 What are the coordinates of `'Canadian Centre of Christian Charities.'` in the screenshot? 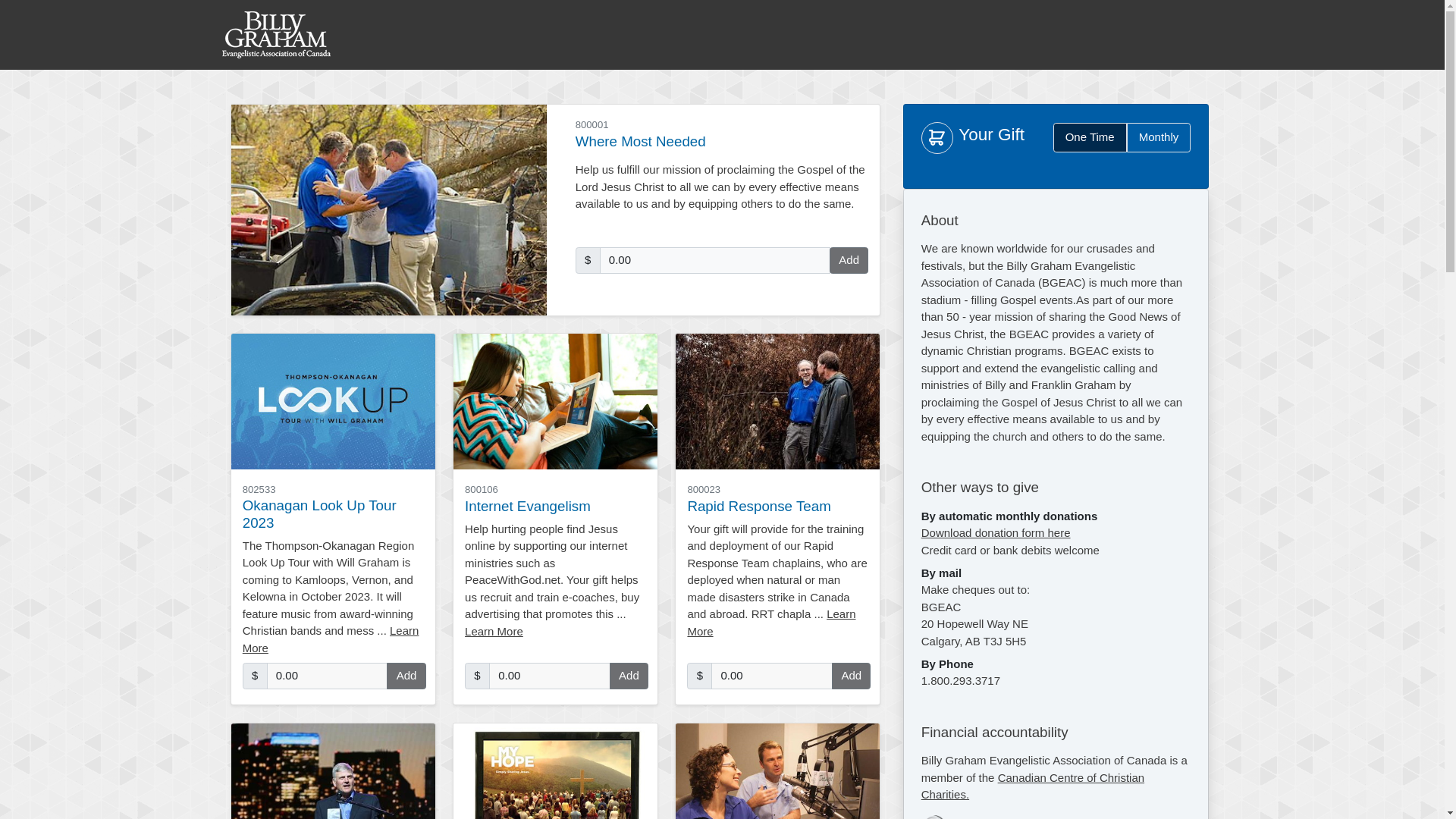 It's located at (1032, 785).